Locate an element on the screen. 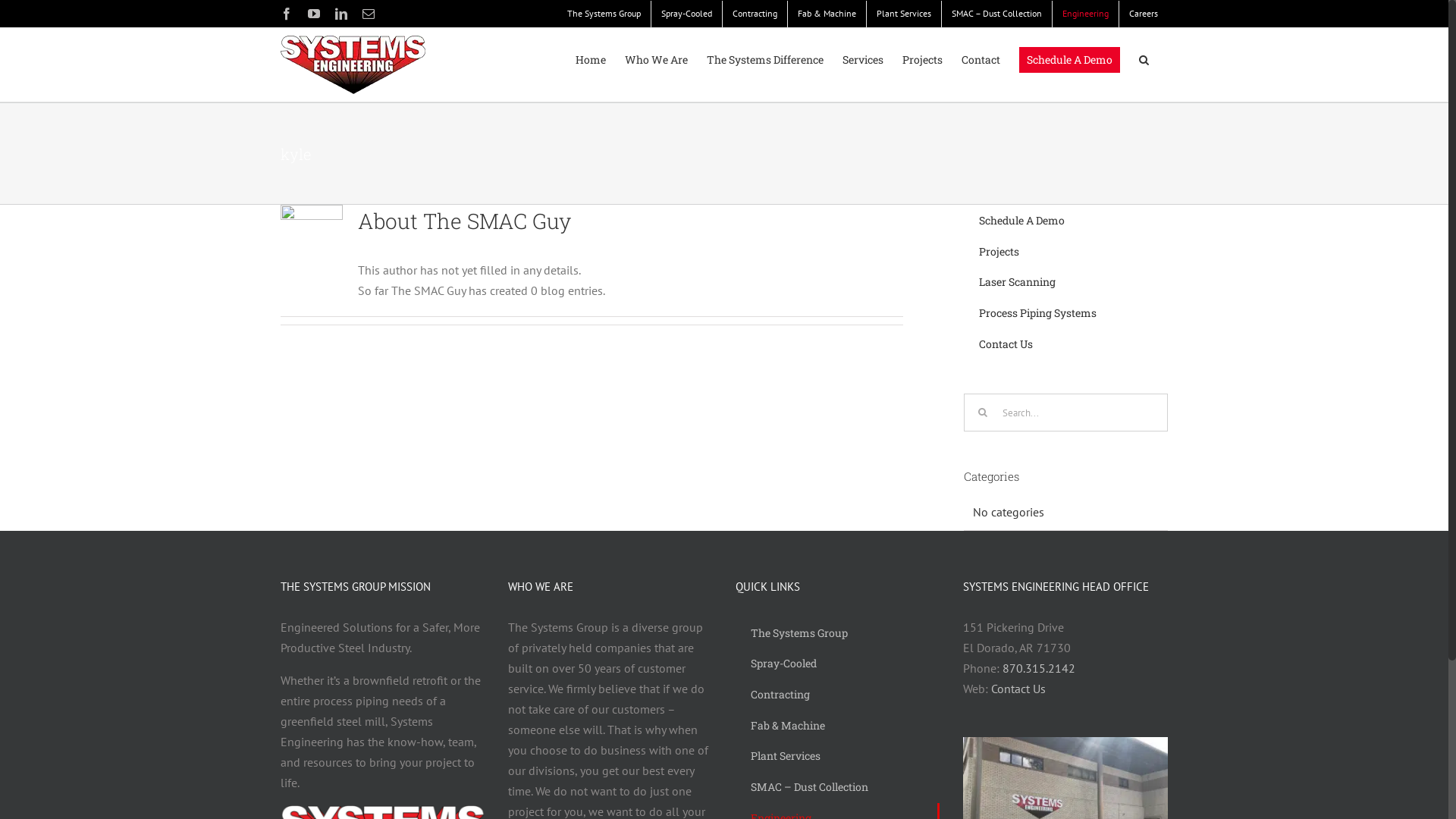 Image resolution: width=1456 pixels, height=819 pixels. '870.315.2142' is located at coordinates (1037, 667).